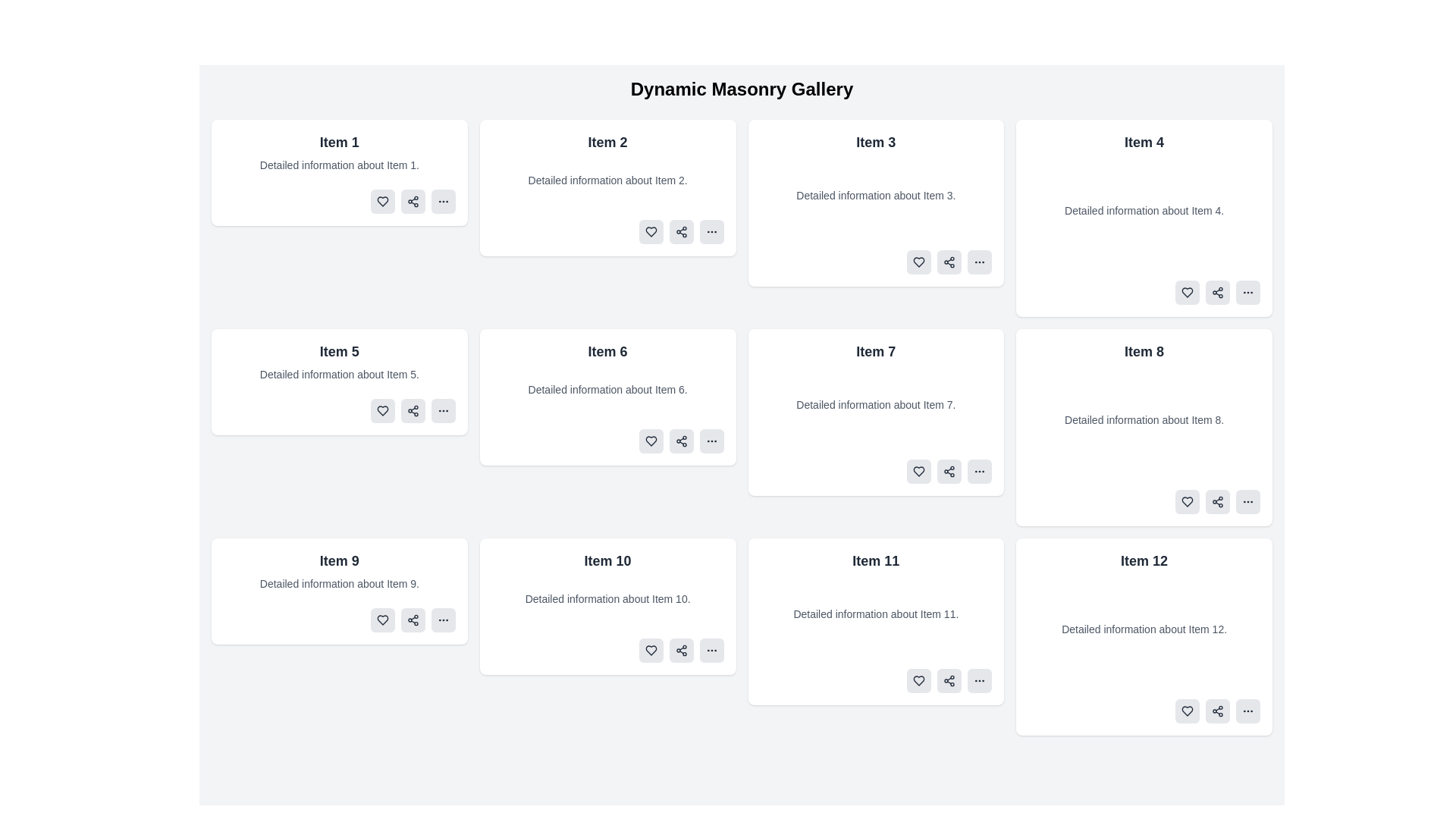 The height and width of the screenshot is (819, 1456). Describe the element at coordinates (1144, 143) in the screenshot. I see `text label 'Item 4' located in the top right corner of the grid layout in the header section of the fourth card` at that location.